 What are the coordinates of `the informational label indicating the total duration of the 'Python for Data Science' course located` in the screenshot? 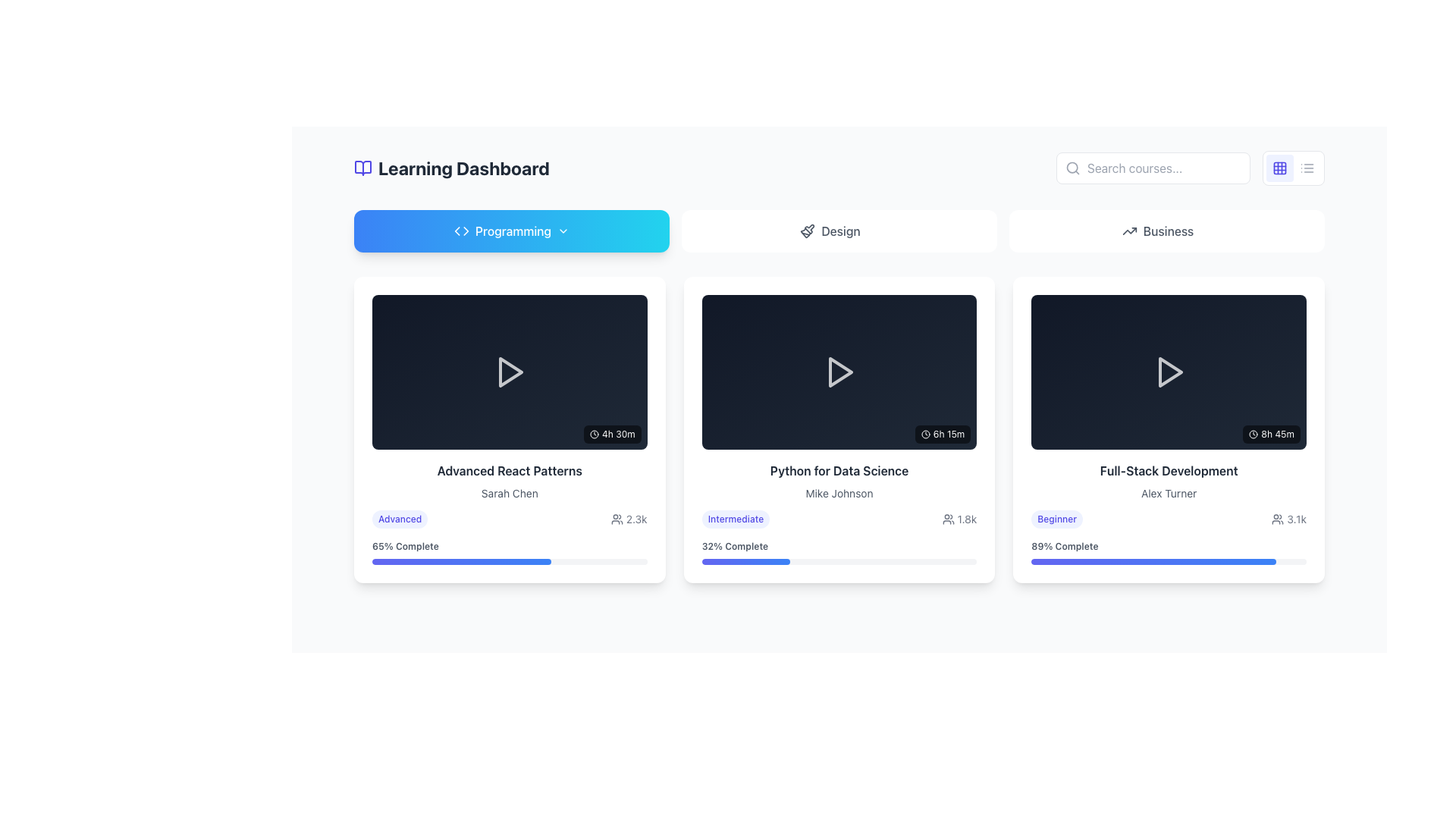 It's located at (942, 435).